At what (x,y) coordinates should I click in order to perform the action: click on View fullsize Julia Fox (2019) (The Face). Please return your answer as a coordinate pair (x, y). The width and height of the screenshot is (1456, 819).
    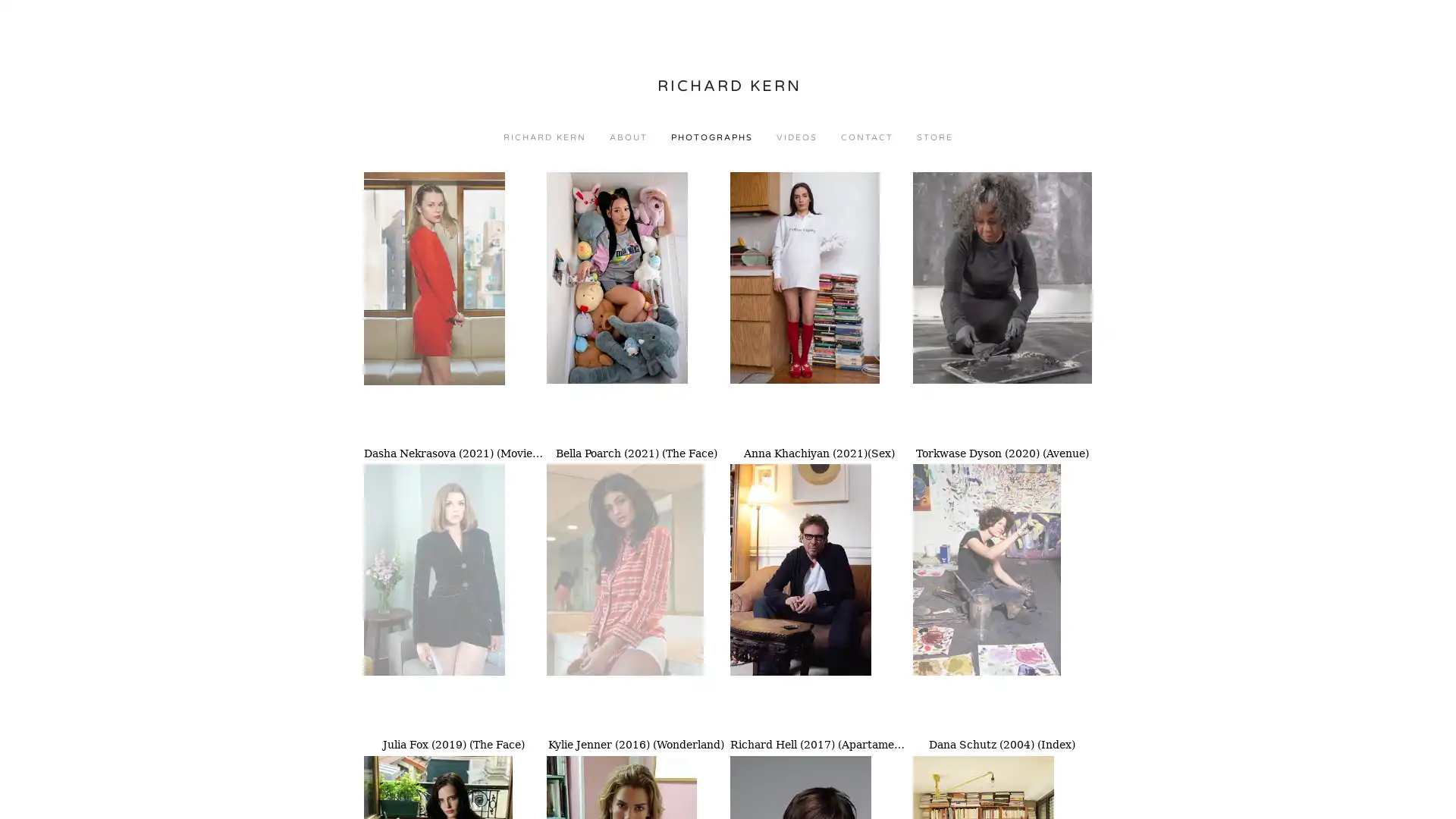
    Looking at the image, I should click on (453, 597).